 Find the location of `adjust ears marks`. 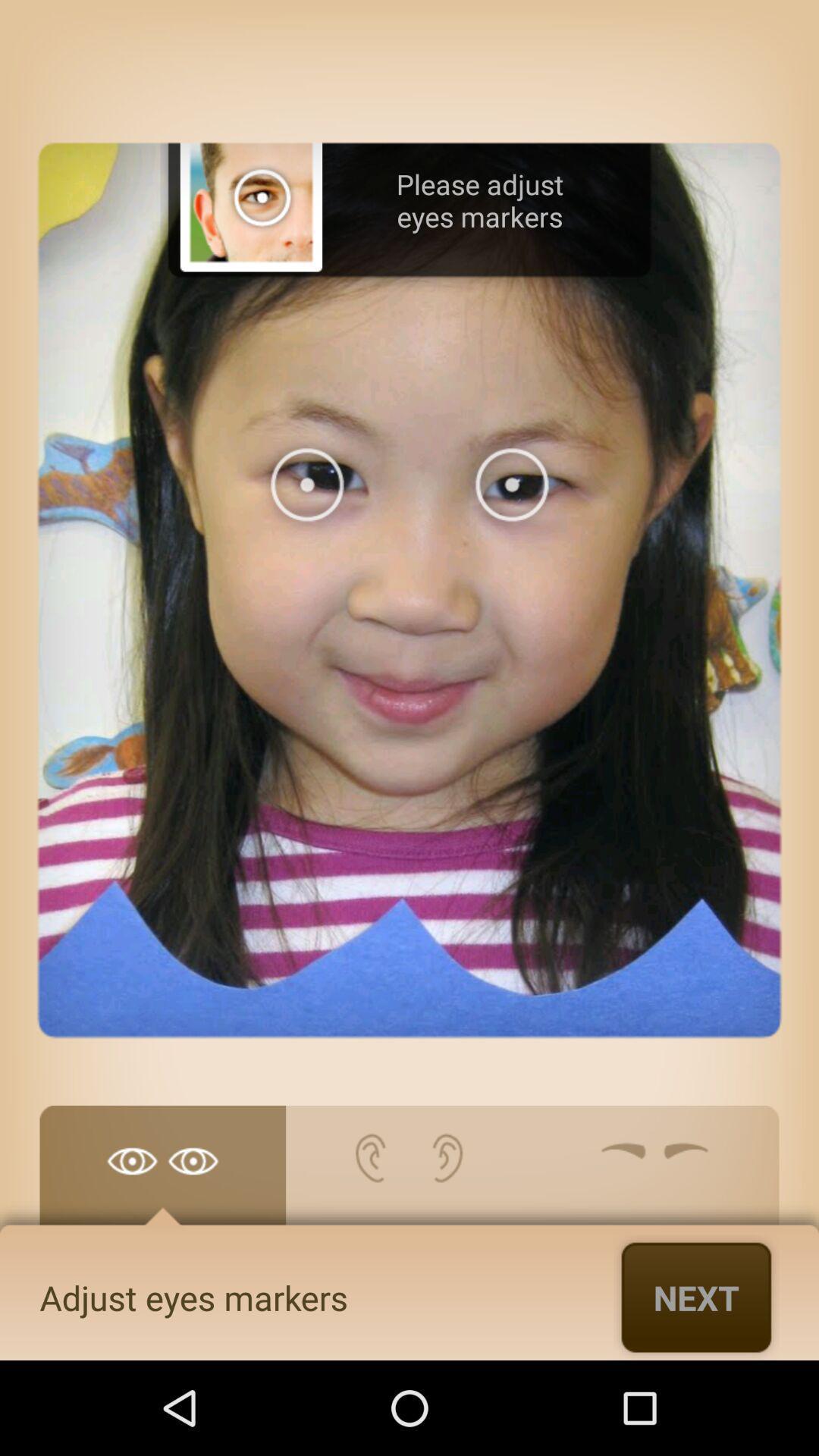

adjust ears marks is located at coordinates (408, 1172).